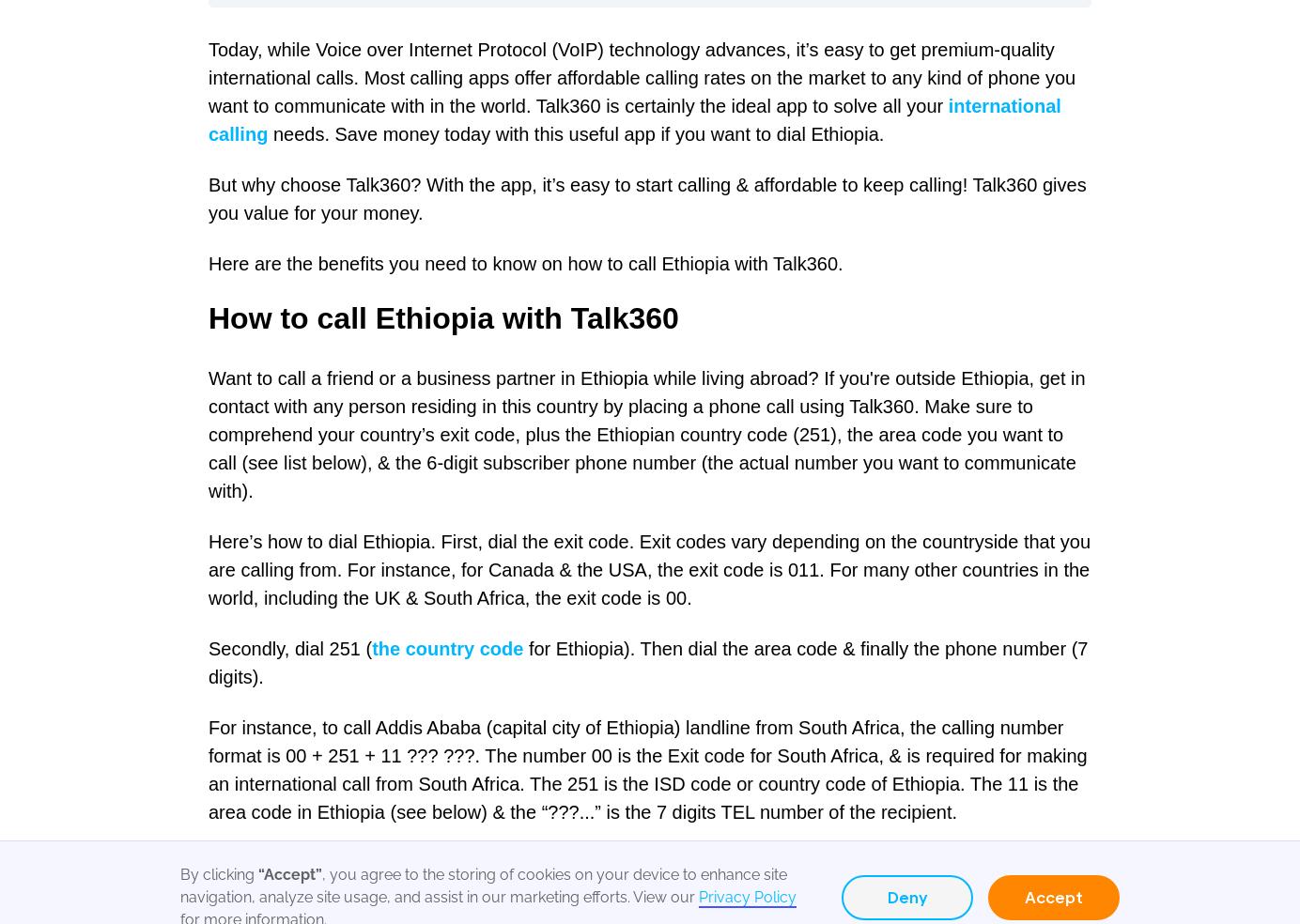 The image size is (1300, 924). Describe the element at coordinates (574, 133) in the screenshot. I see `'needs. Save money today with this useful app if you want to dial Ethiopia.'` at that location.